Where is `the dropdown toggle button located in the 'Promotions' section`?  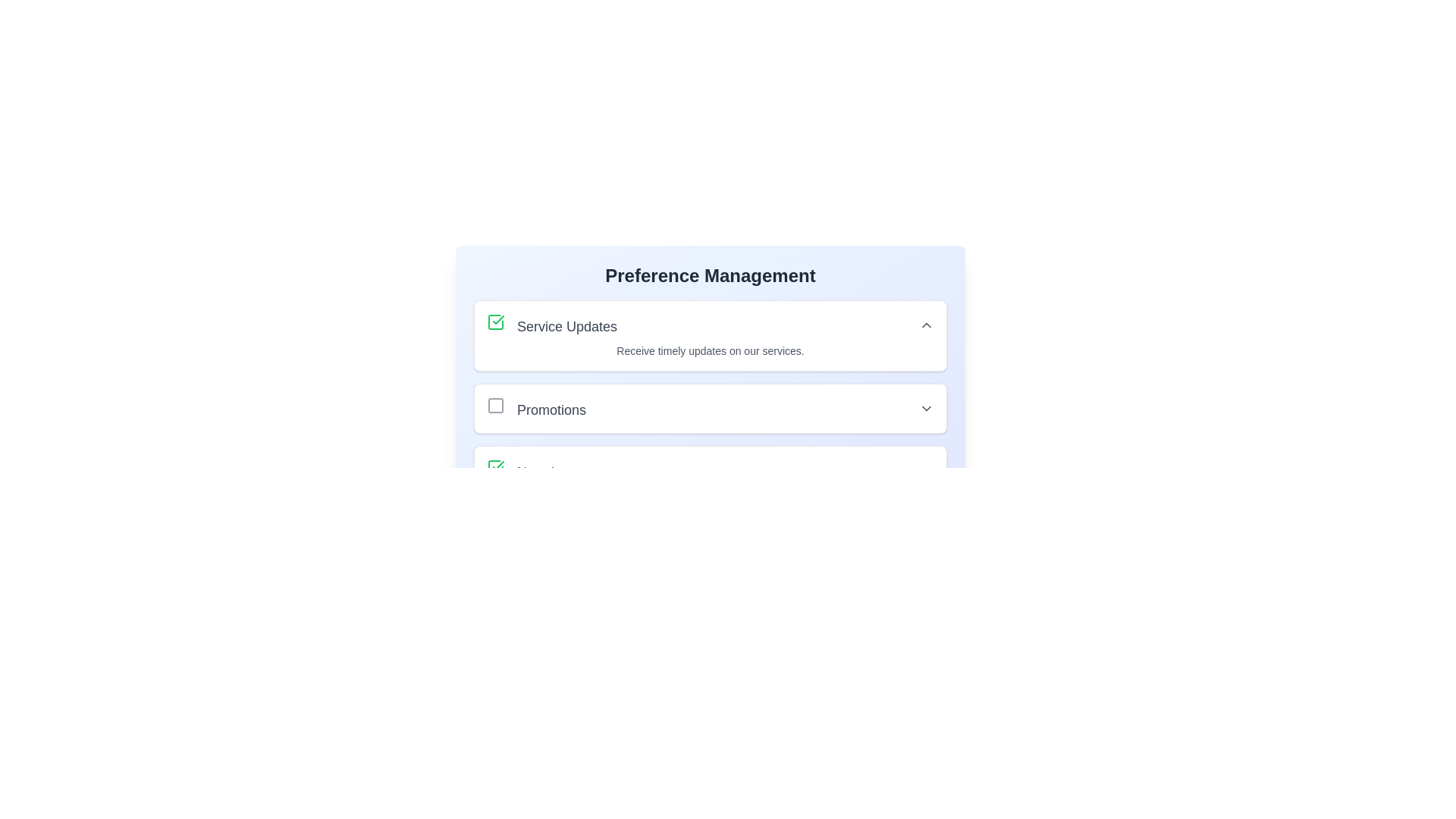 the dropdown toggle button located in the 'Promotions' section is located at coordinates (926, 408).